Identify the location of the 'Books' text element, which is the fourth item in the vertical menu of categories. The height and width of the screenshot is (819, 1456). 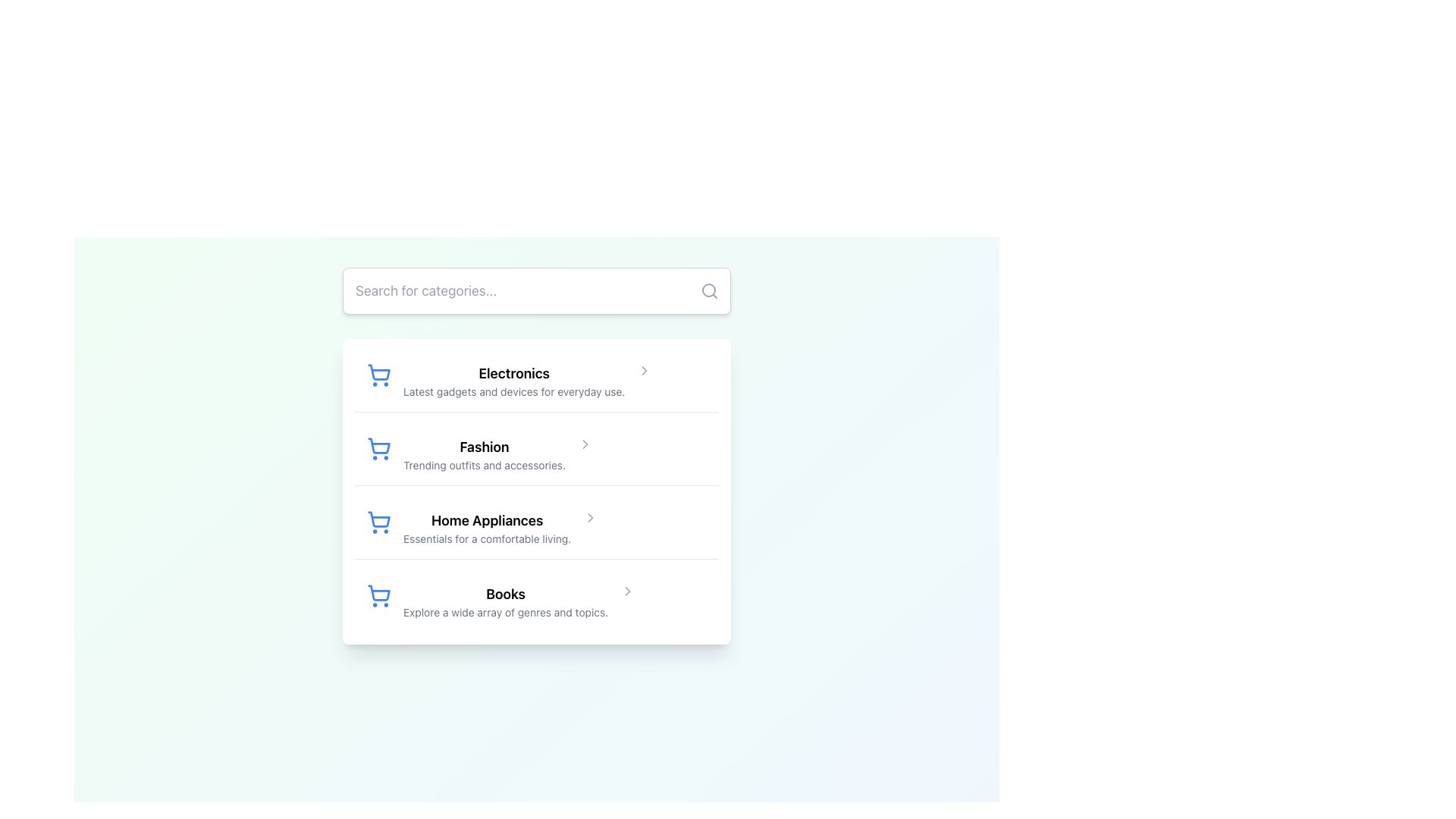
(506, 601).